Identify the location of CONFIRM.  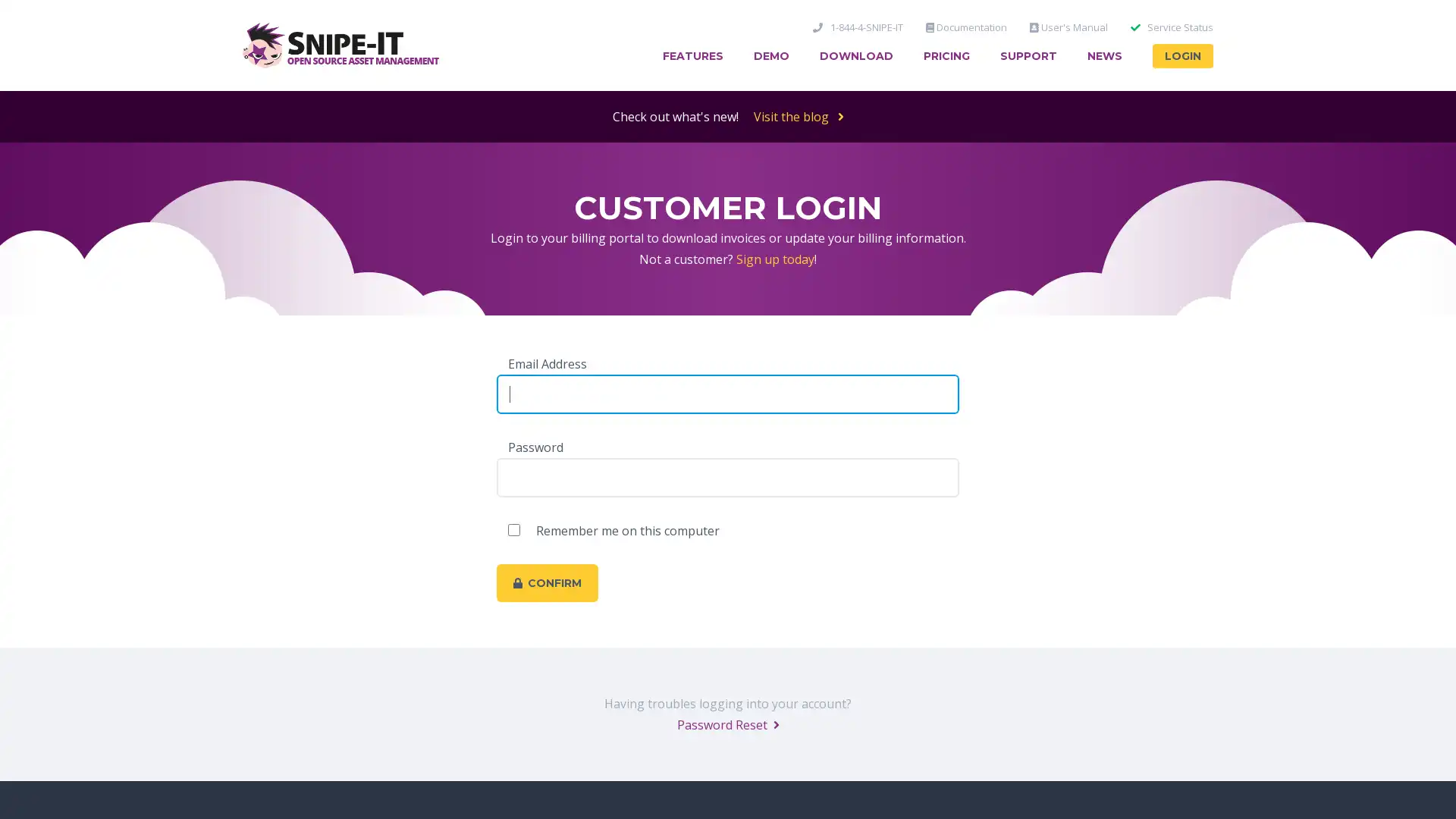
(546, 582).